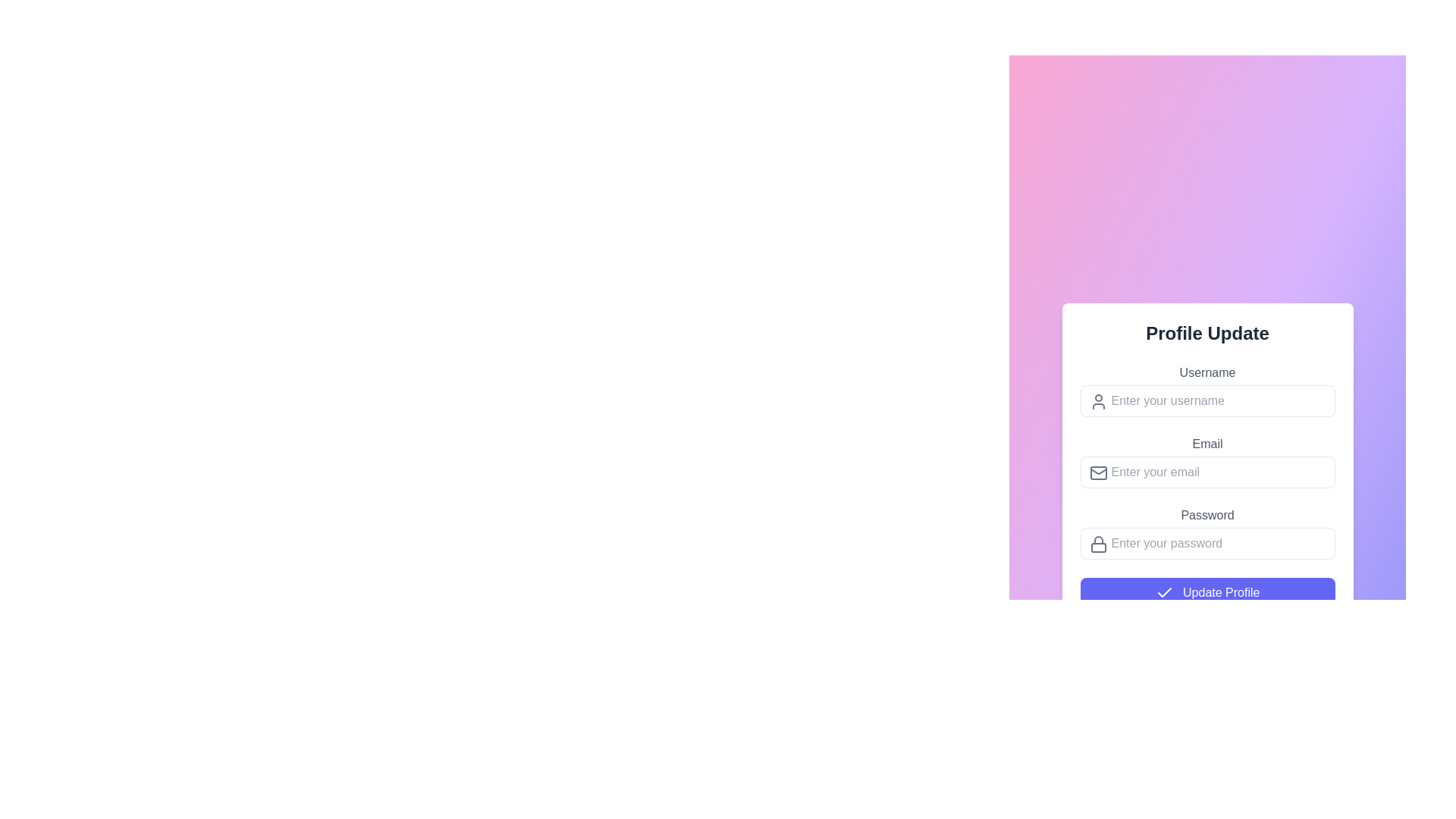 The width and height of the screenshot is (1456, 819). Describe the element at coordinates (1207, 389) in the screenshot. I see `the 'Username' text label element, which is centrally aligned and located above the input field in the 'Profile Update' section` at that location.